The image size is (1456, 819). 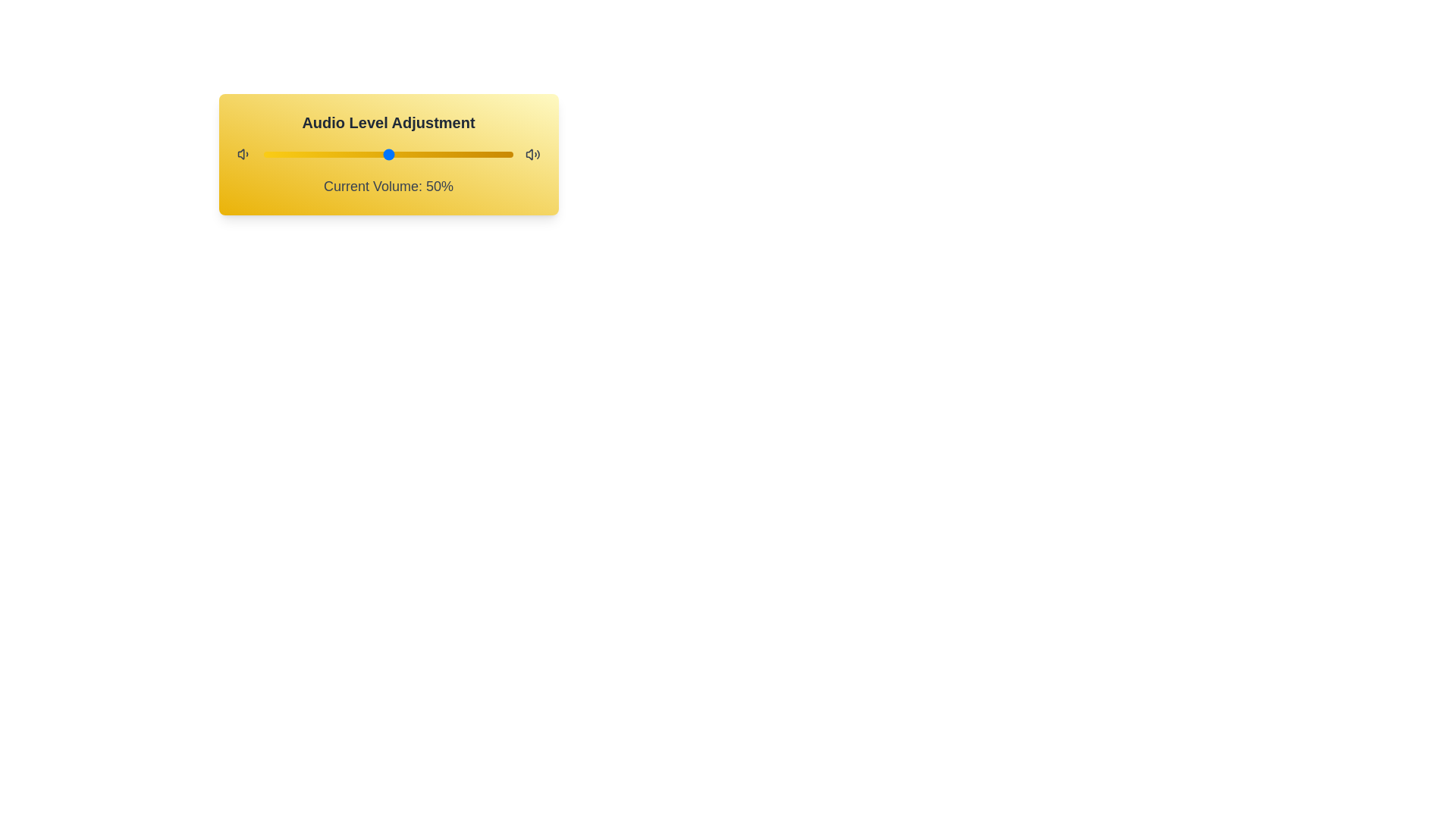 I want to click on the text label that displays the current volume level of the audio interface, located to the right of 'Current Volume:' and near the bottom of the yellow audio adjustment box, so click(x=439, y=186).